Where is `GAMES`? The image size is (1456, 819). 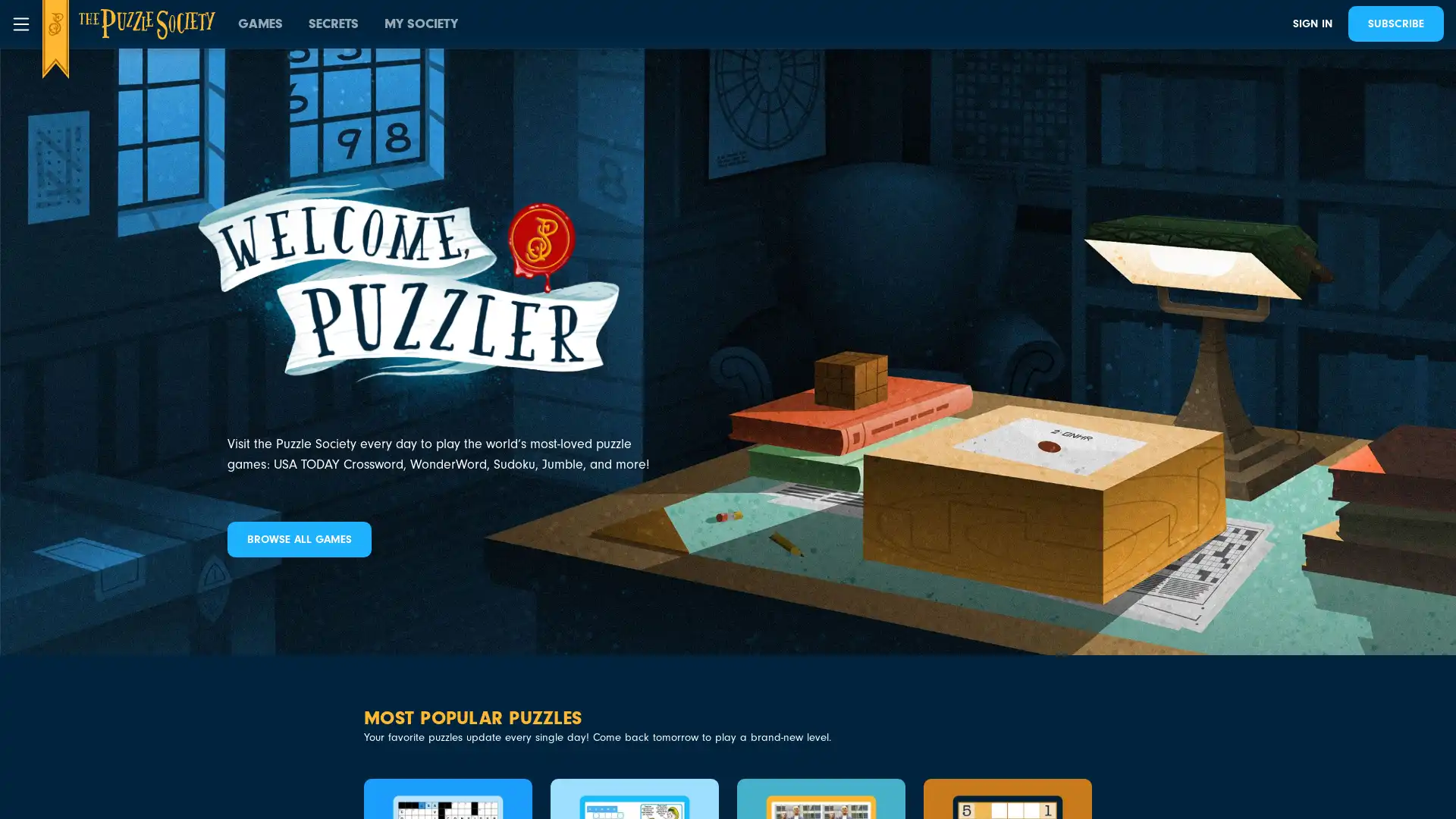
GAMES is located at coordinates (260, 24).